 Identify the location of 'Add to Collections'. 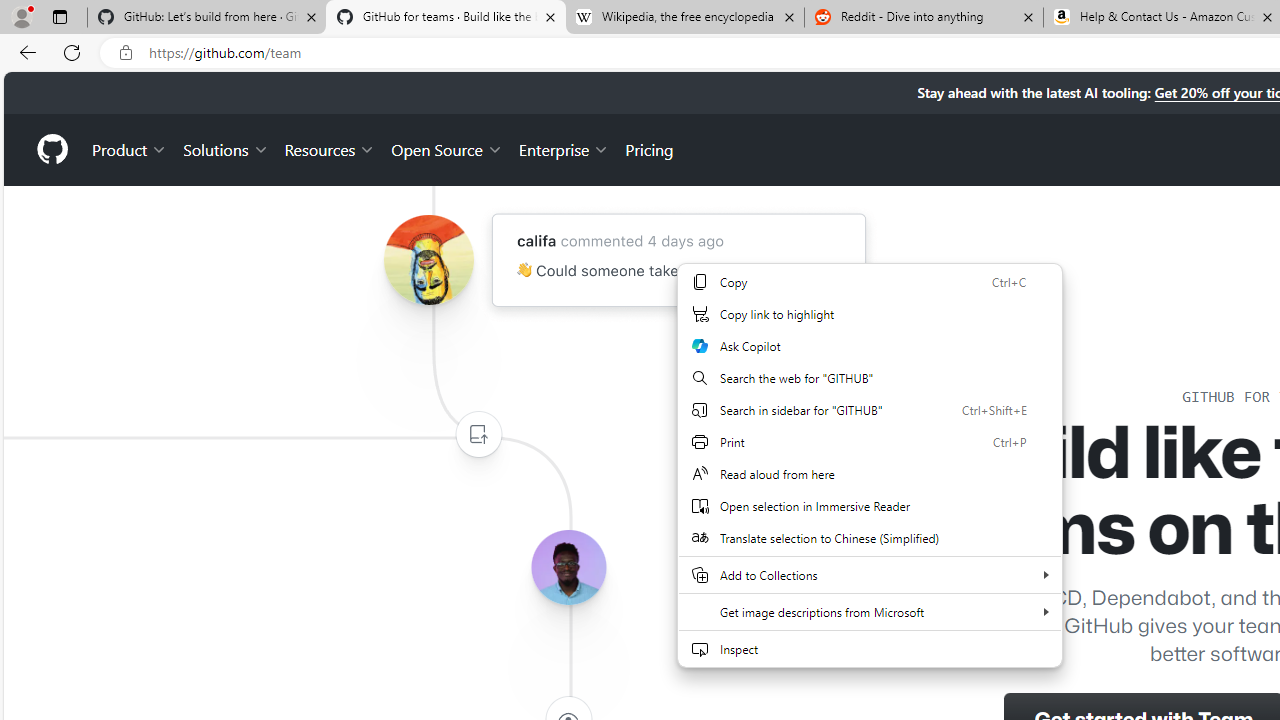
(870, 574).